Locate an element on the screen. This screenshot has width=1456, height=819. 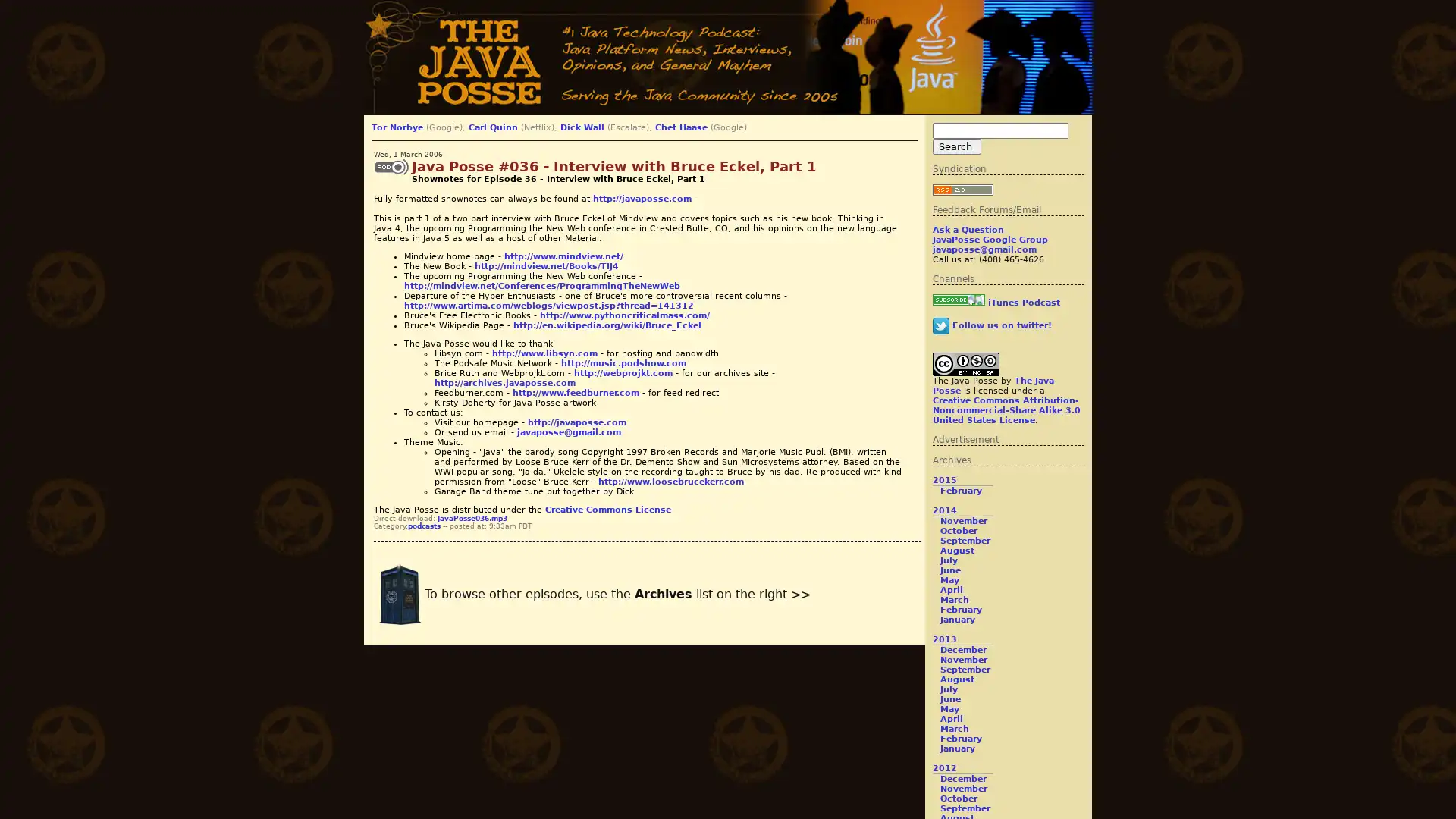
Search is located at coordinates (956, 146).